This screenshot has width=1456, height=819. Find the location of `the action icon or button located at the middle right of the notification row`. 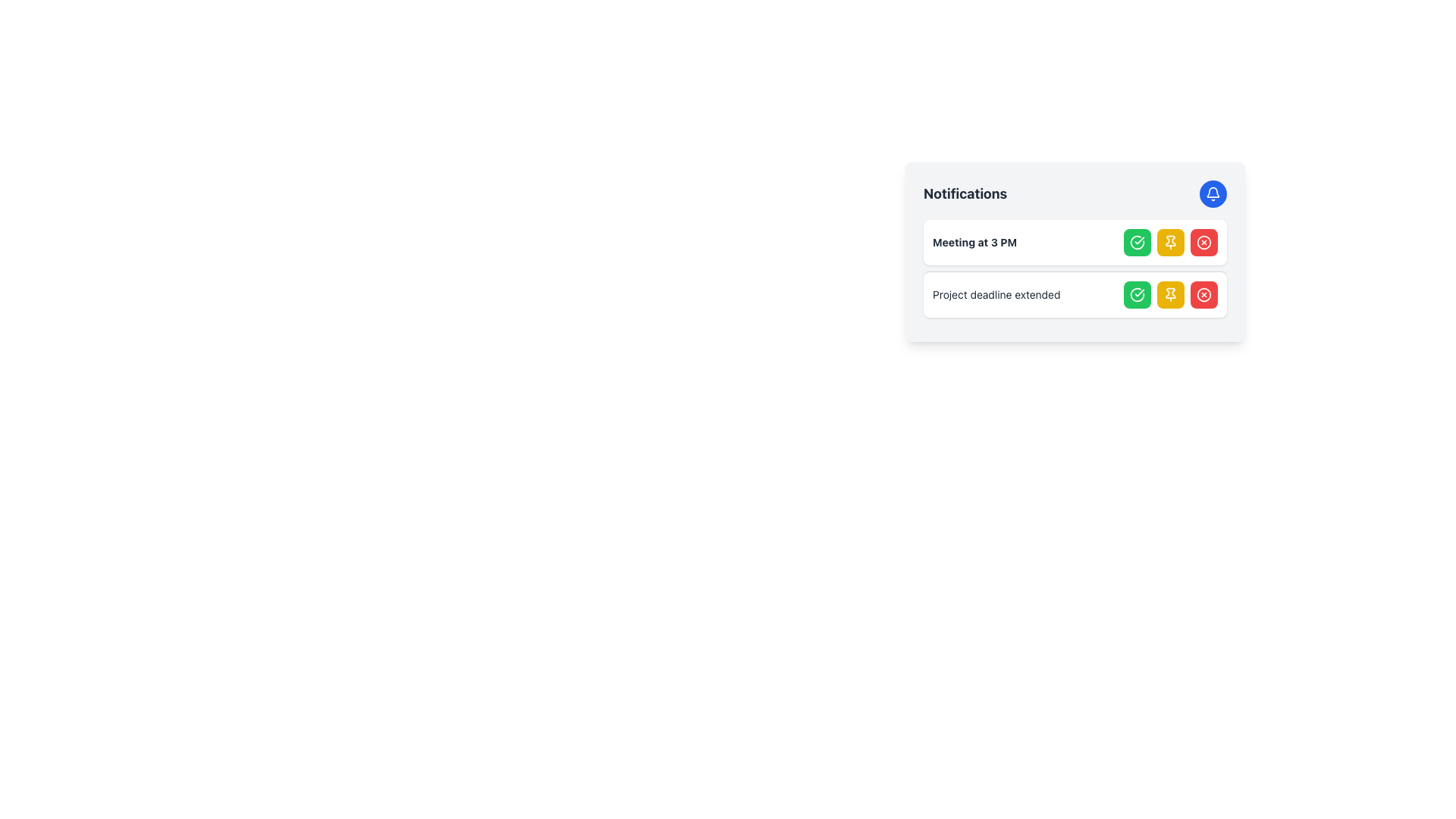

the action icon or button located at the middle right of the notification row is located at coordinates (1137, 295).